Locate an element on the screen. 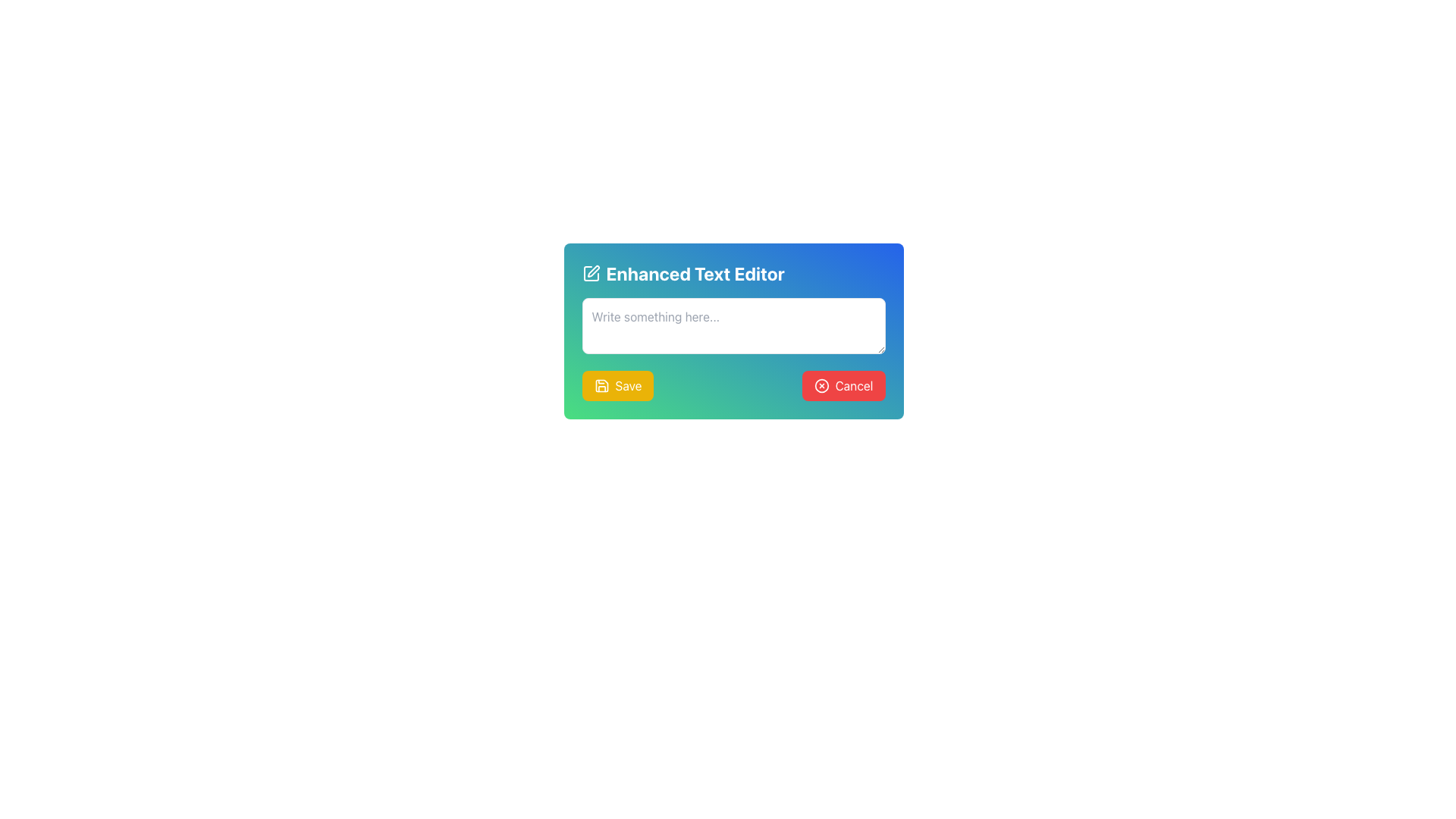  the cancel icon located on the right side of the red 'Cancel' button, near its left edge, which visually indicates the cancel functionality is located at coordinates (821, 385).